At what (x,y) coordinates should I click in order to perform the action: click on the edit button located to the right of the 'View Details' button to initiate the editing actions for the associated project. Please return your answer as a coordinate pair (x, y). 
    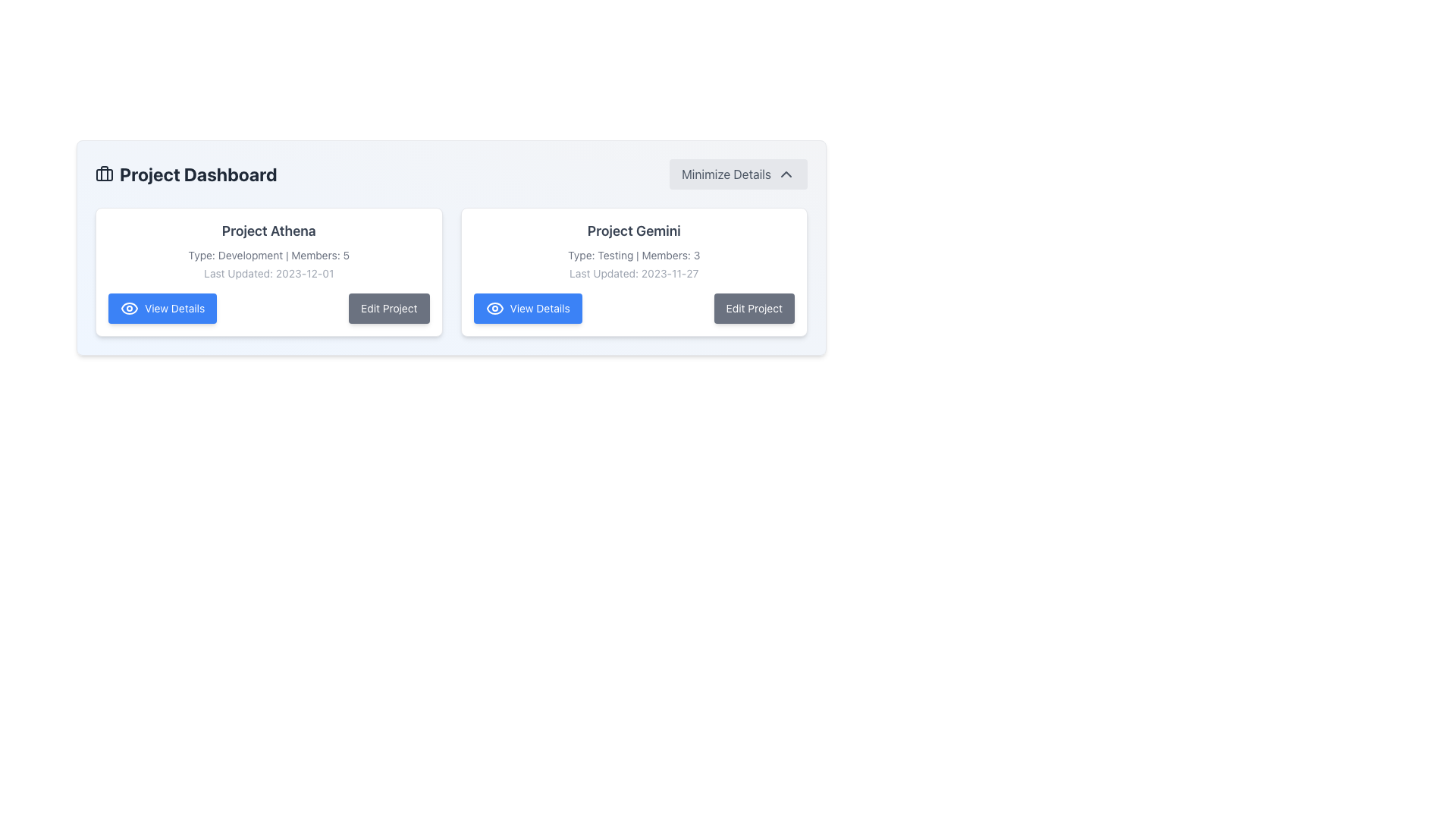
    Looking at the image, I should click on (389, 308).